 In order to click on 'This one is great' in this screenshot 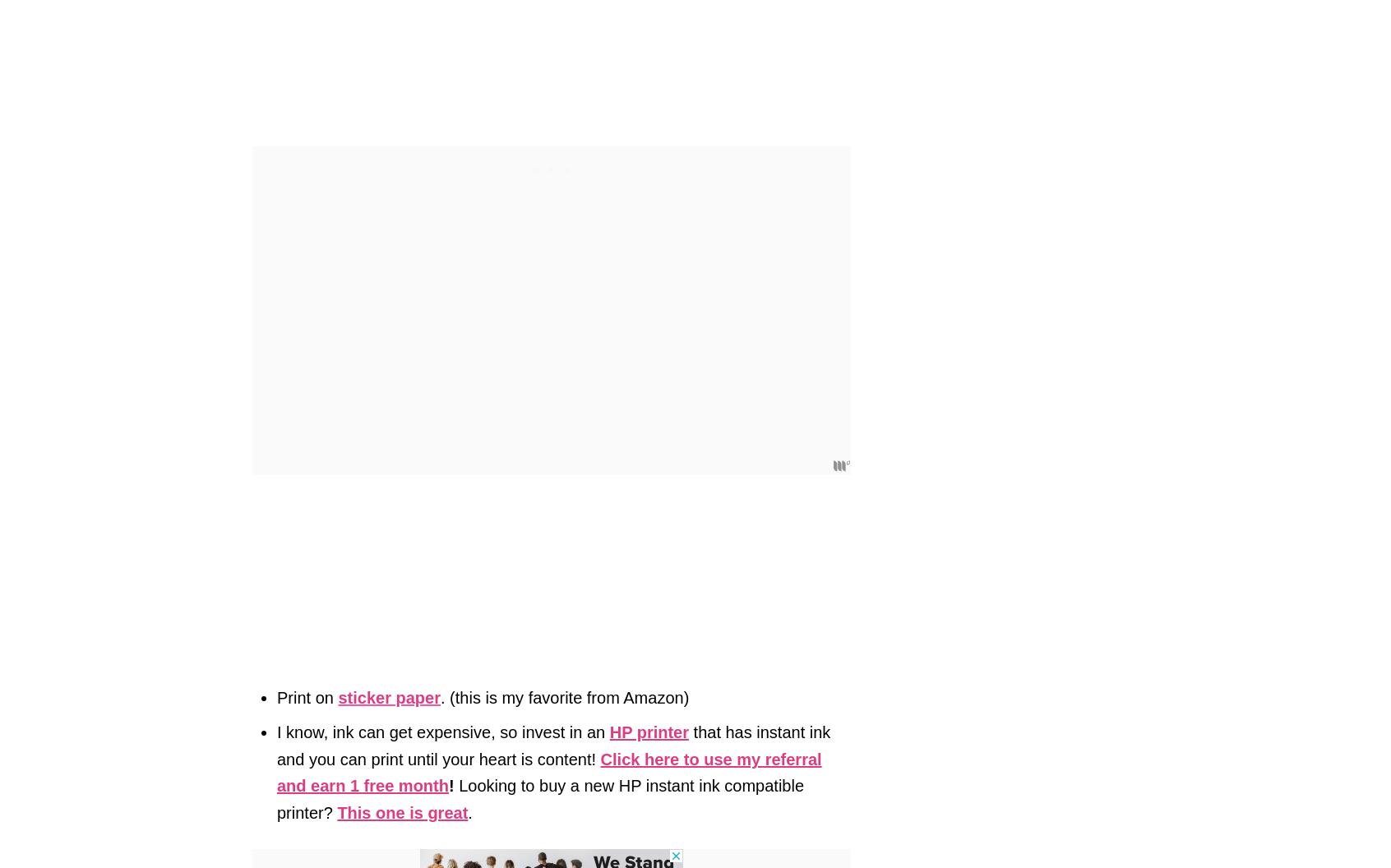, I will do `click(401, 811)`.